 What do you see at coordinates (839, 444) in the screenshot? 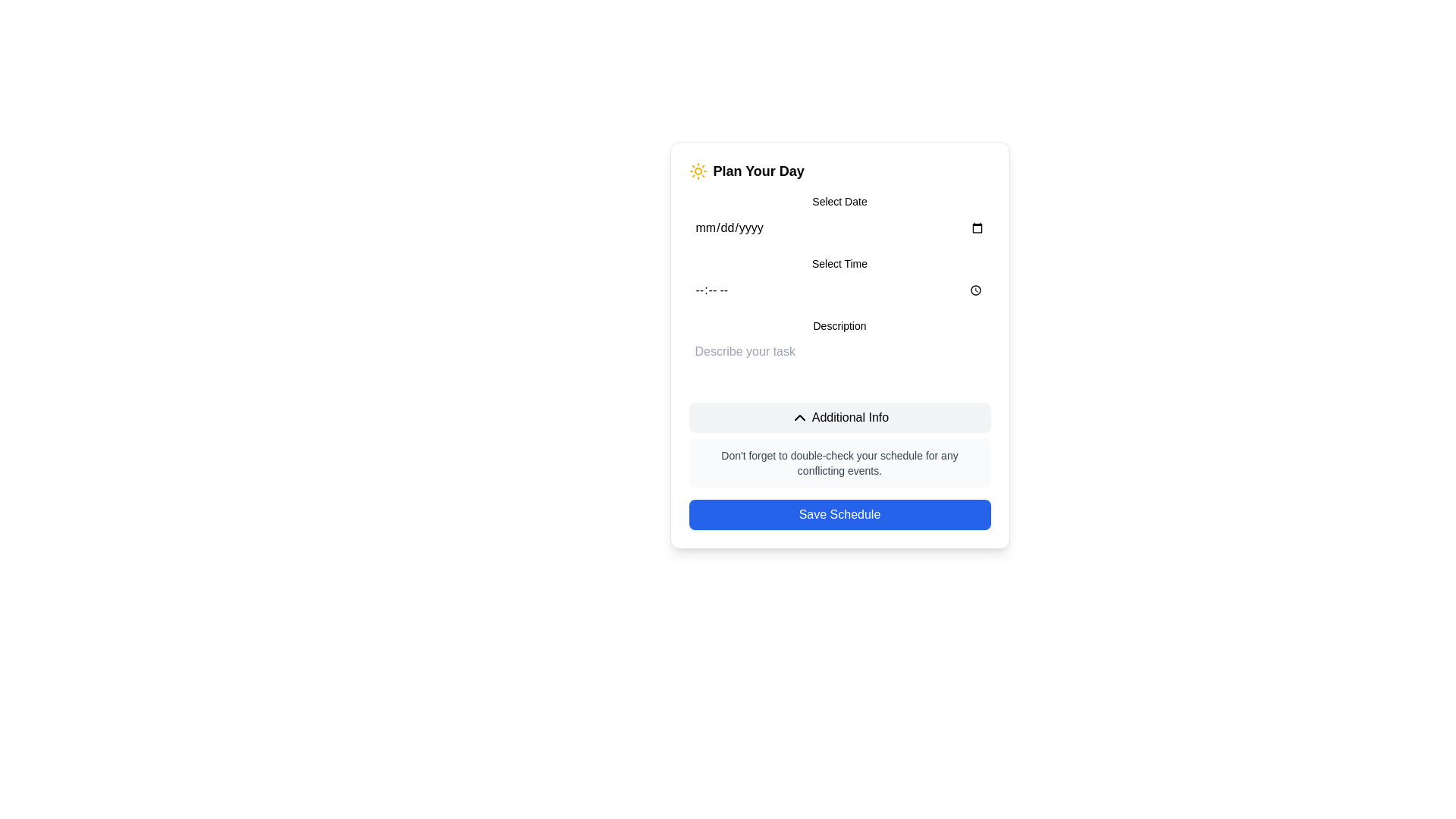
I see `informational content displayed in the panel located below the 'Description' section and above the 'Save Schedule' button, which provides additional notes or reminders related to scheduling` at bounding box center [839, 444].